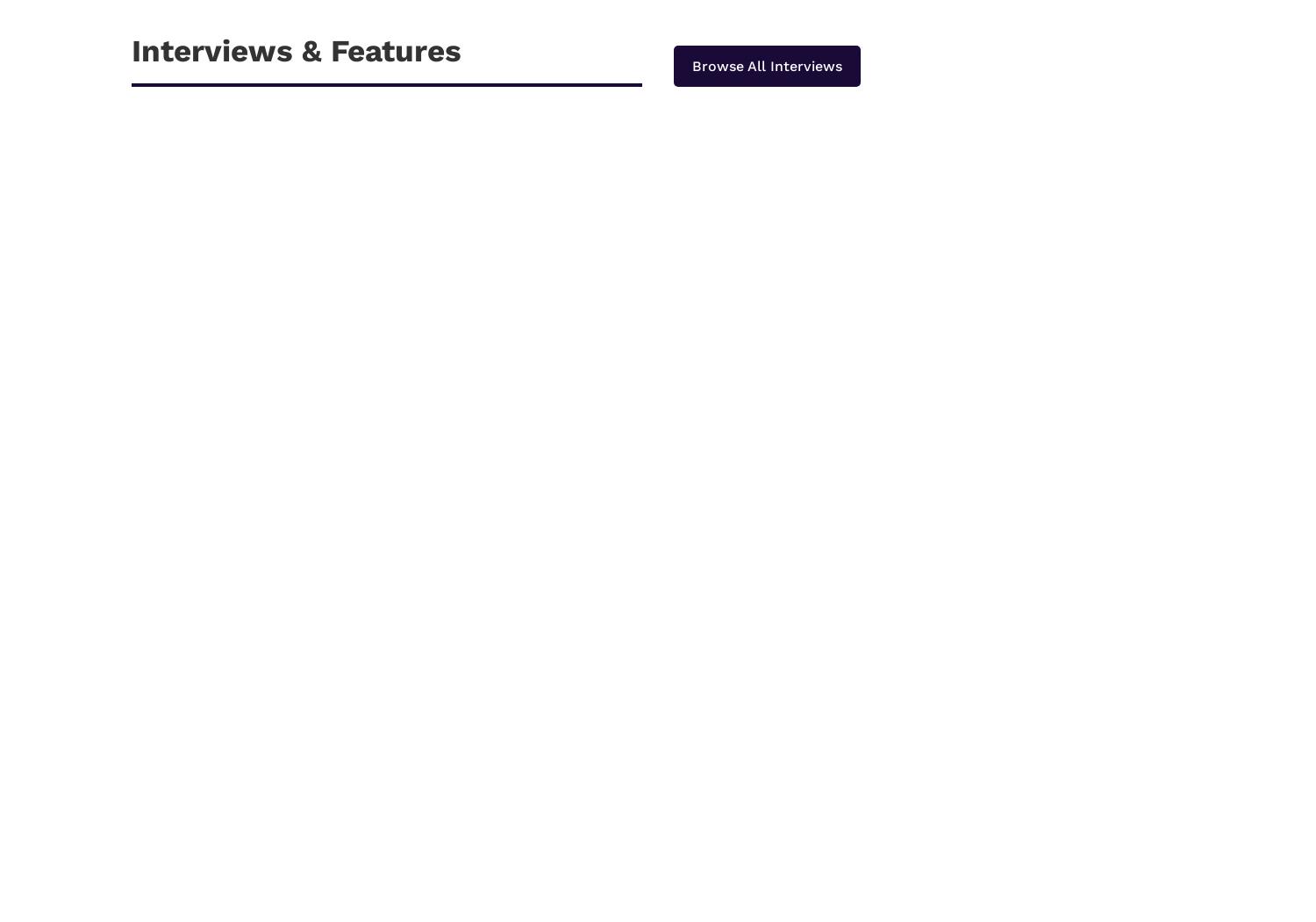 This screenshot has height=922, width=1316. Describe the element at coordinates (187, 167) in the screenshot. I see `'Apr 30, 2022'` at that location.